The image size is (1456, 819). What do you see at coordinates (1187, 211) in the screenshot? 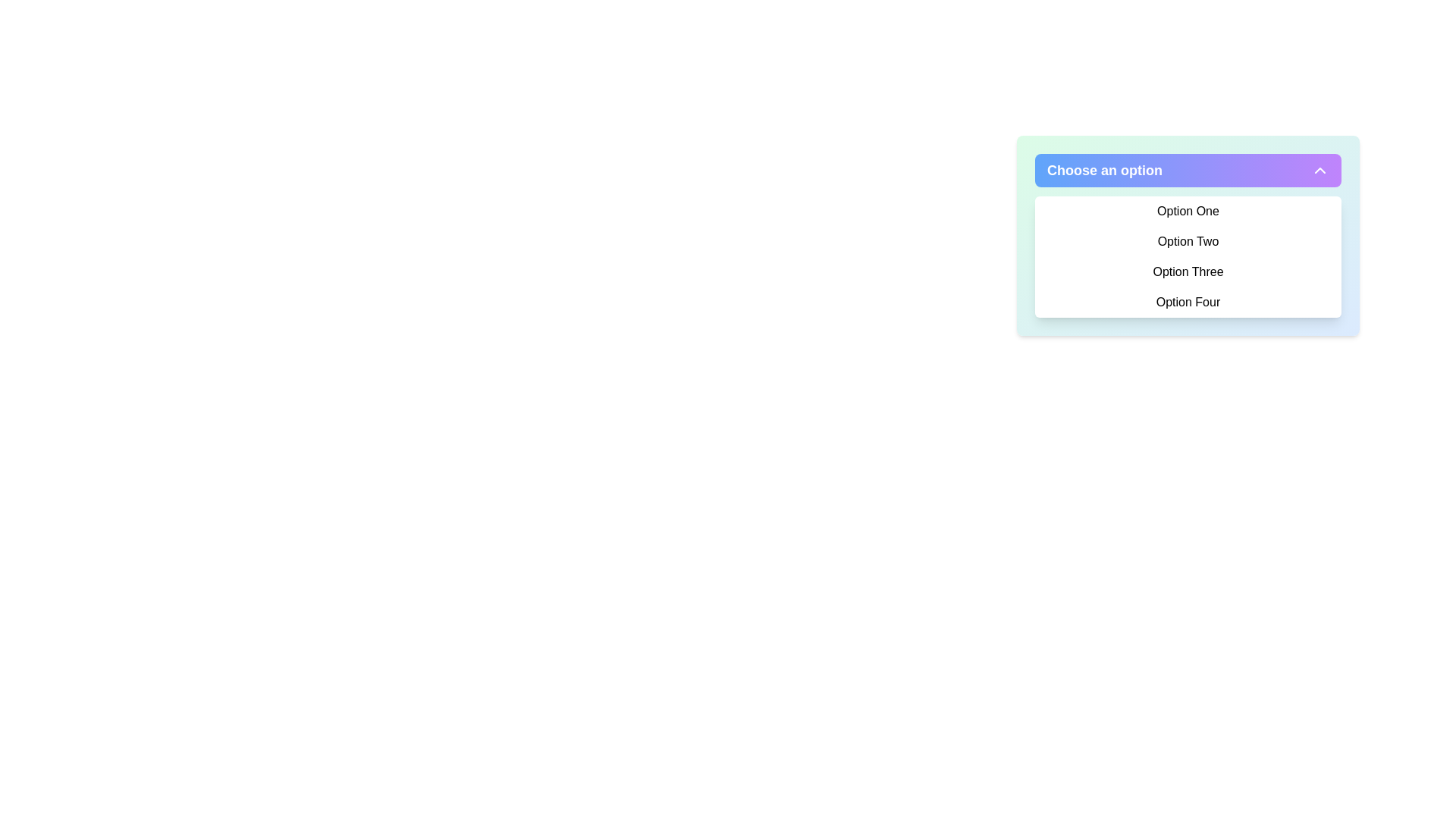
I see `the first item in the dropdown menu labeled 'Option One'` at bounding box center [1187, 211].